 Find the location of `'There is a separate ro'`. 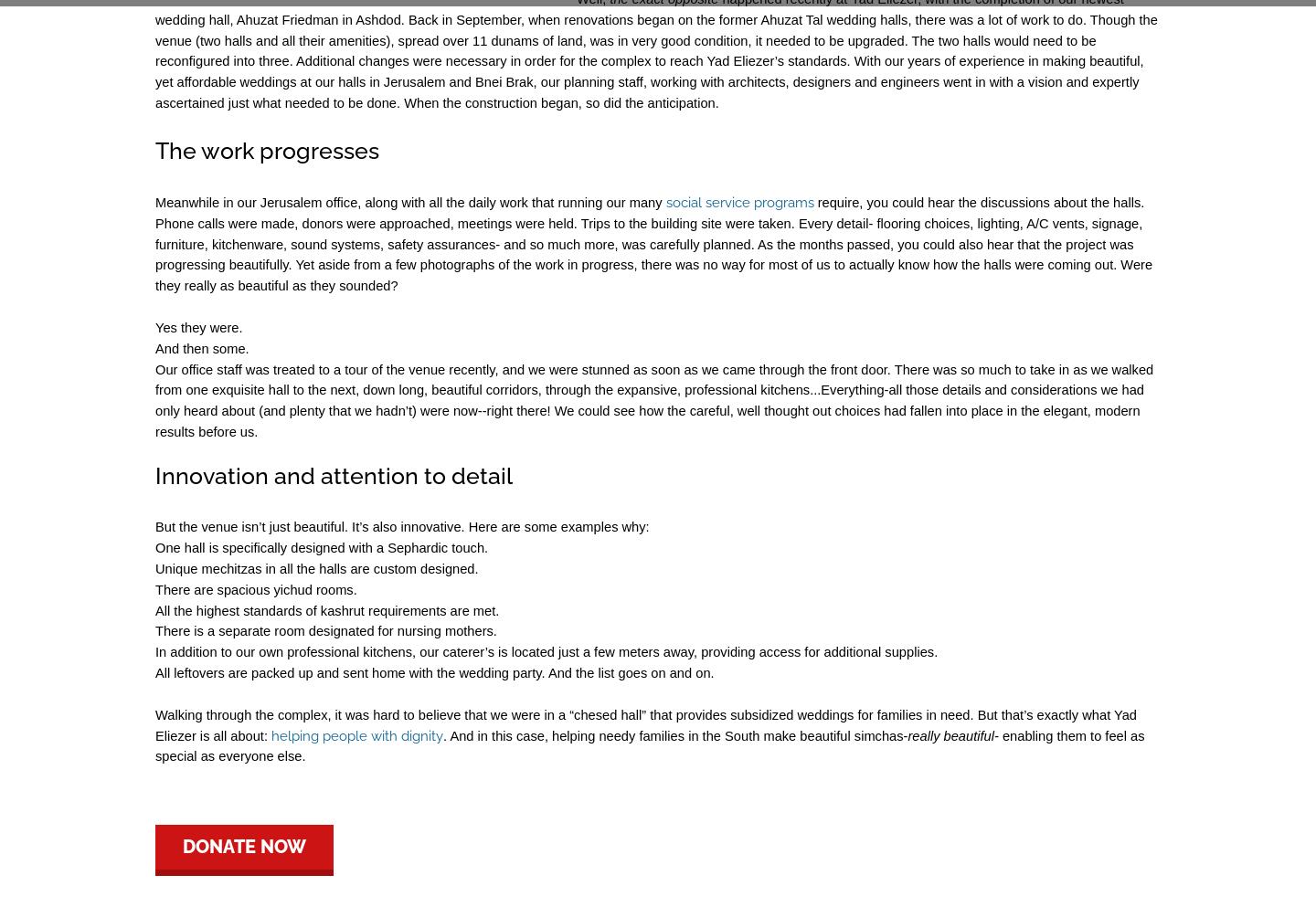

'There is a separate ro' is located at coordinates (219, 630).